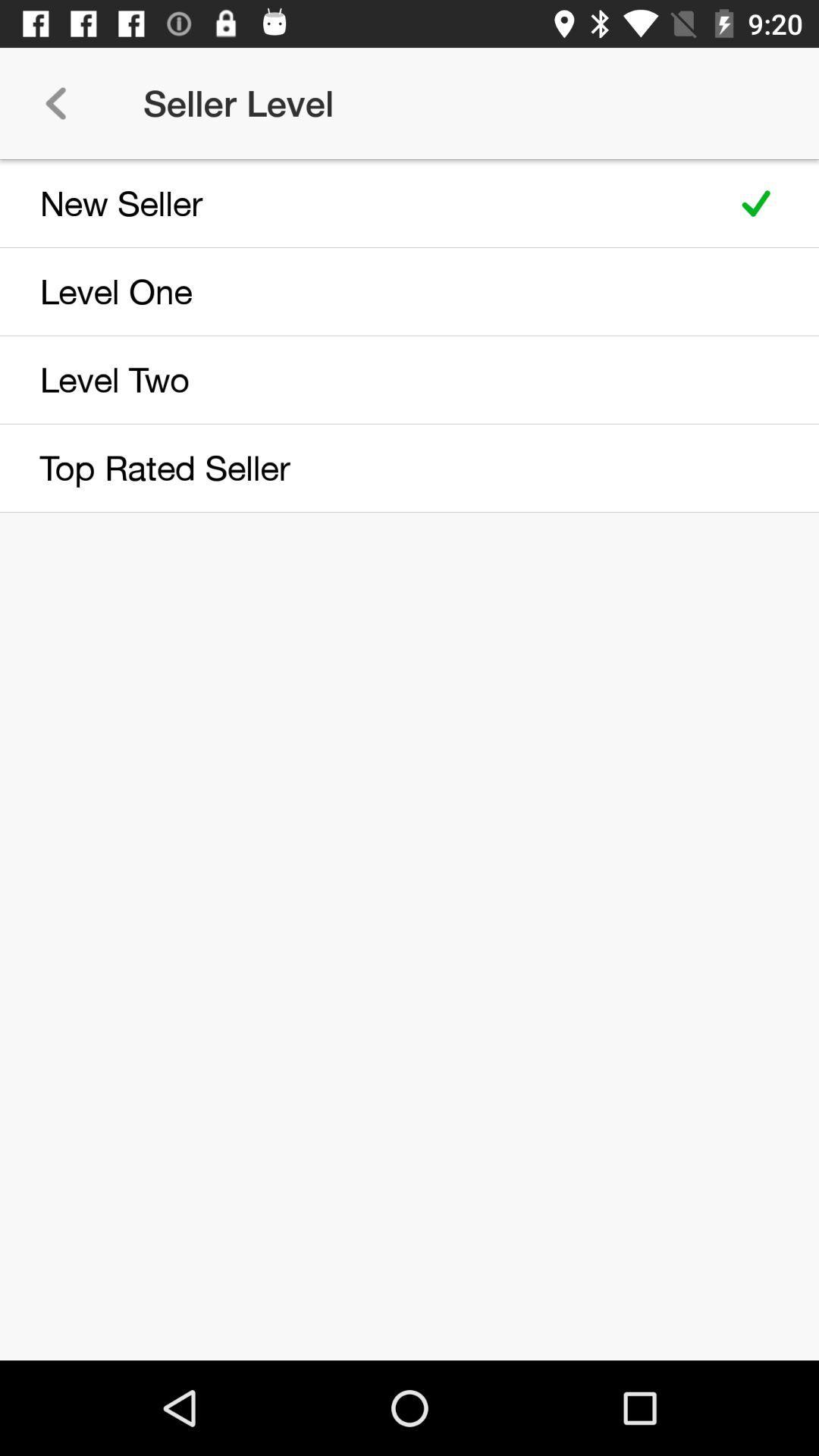 The width and height of the screenshot is (819, 1456). Describe the element at coordinates (358, 202) in the screenshot. I see `icon above level one item` at that location.